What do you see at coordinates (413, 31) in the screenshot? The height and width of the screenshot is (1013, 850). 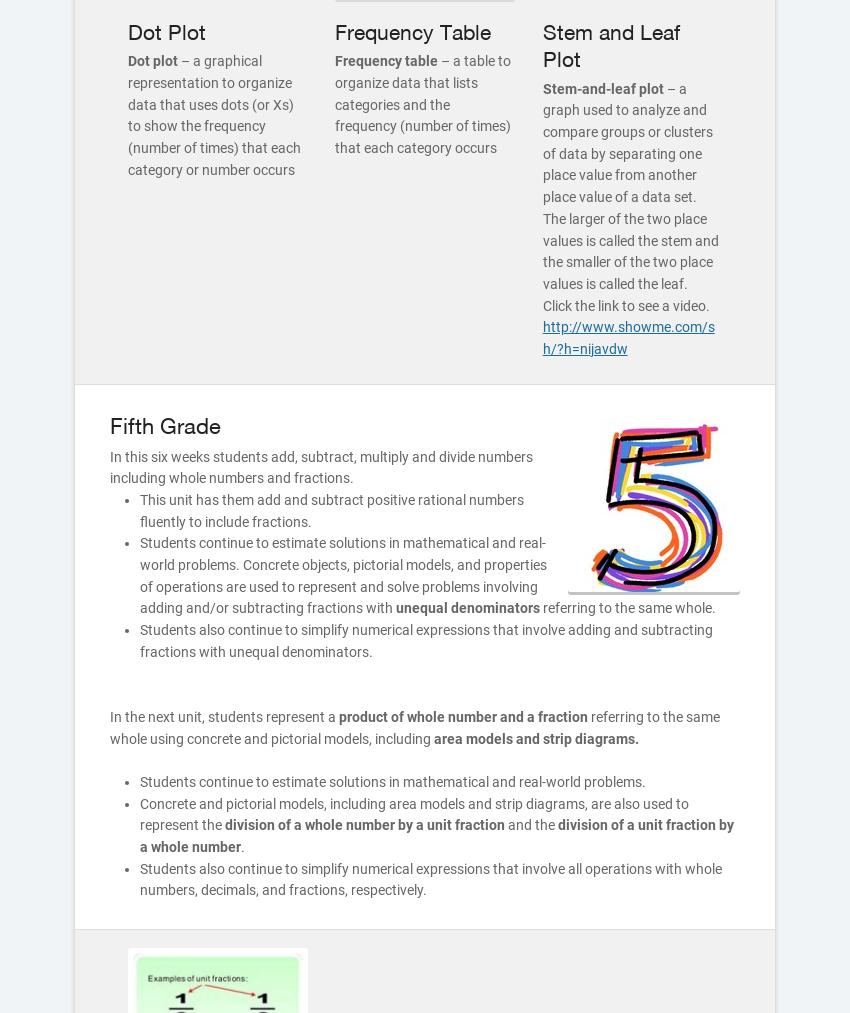 I see `'Frequency Table'` at bounding box center [413, 31].